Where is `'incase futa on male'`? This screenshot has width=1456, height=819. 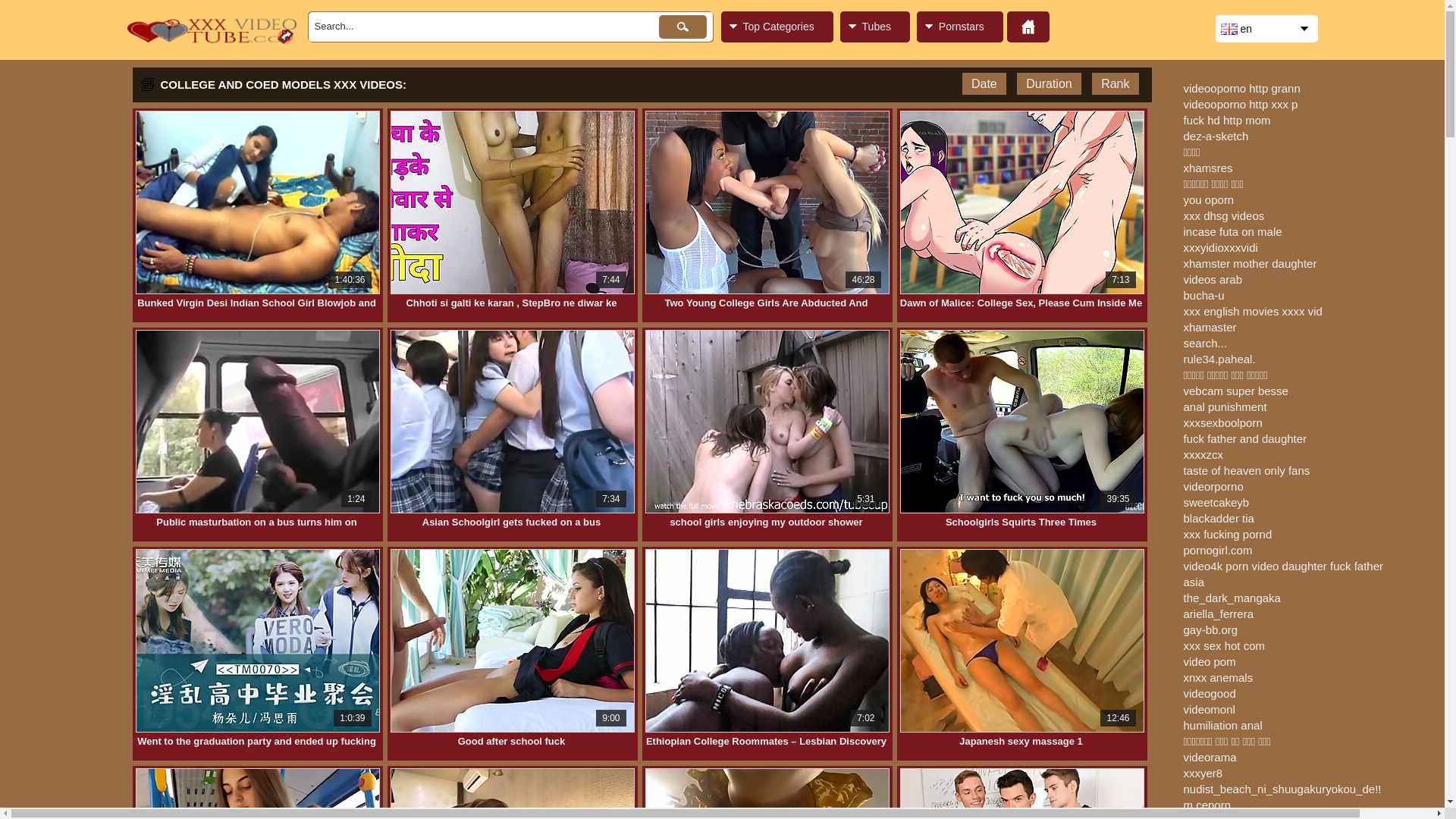 'incase futa on male' is located at coordinates (1182, 231).